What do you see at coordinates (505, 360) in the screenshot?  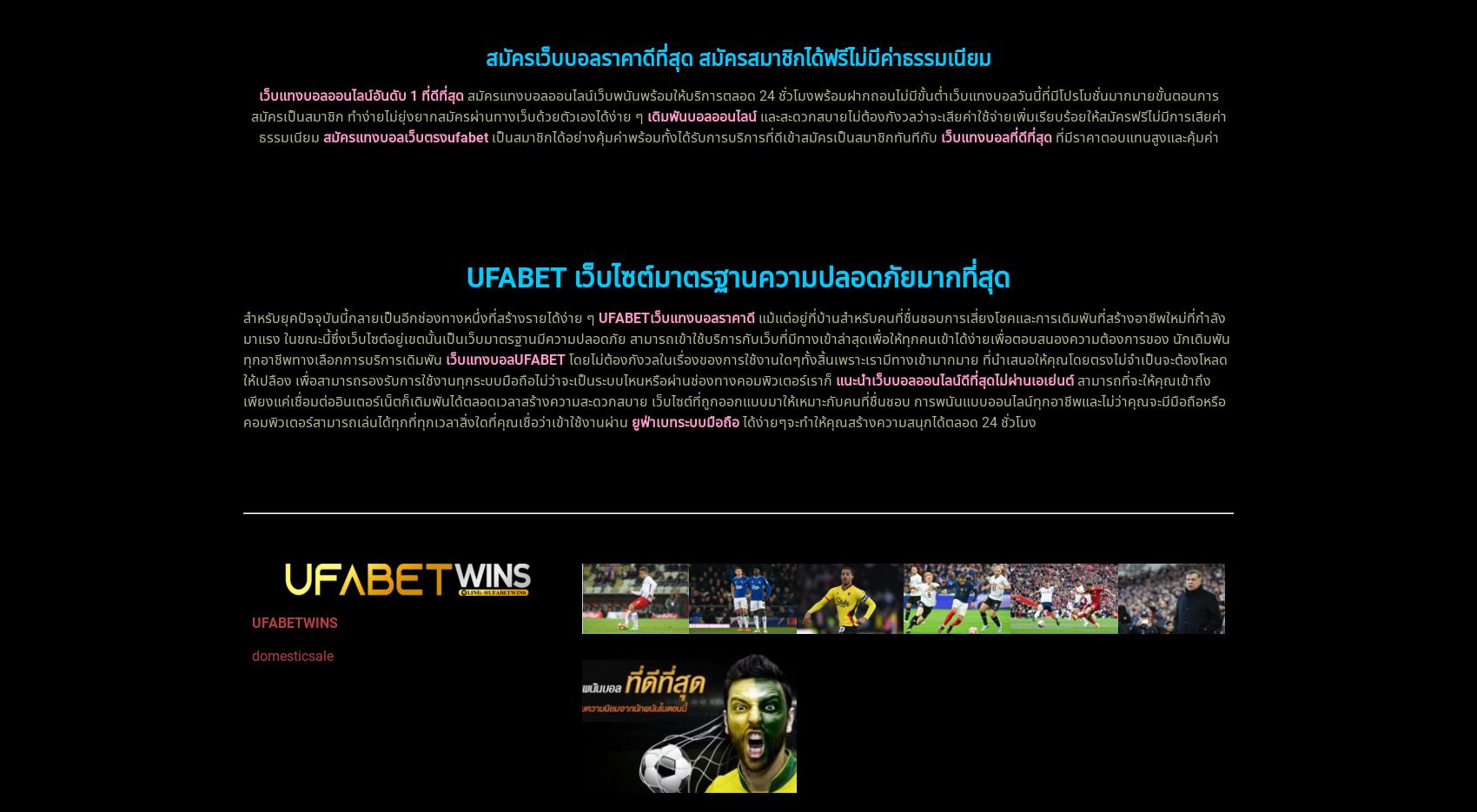 I see `'เว็บแทงบอลUFABET'` at bounding box center [505, 360].